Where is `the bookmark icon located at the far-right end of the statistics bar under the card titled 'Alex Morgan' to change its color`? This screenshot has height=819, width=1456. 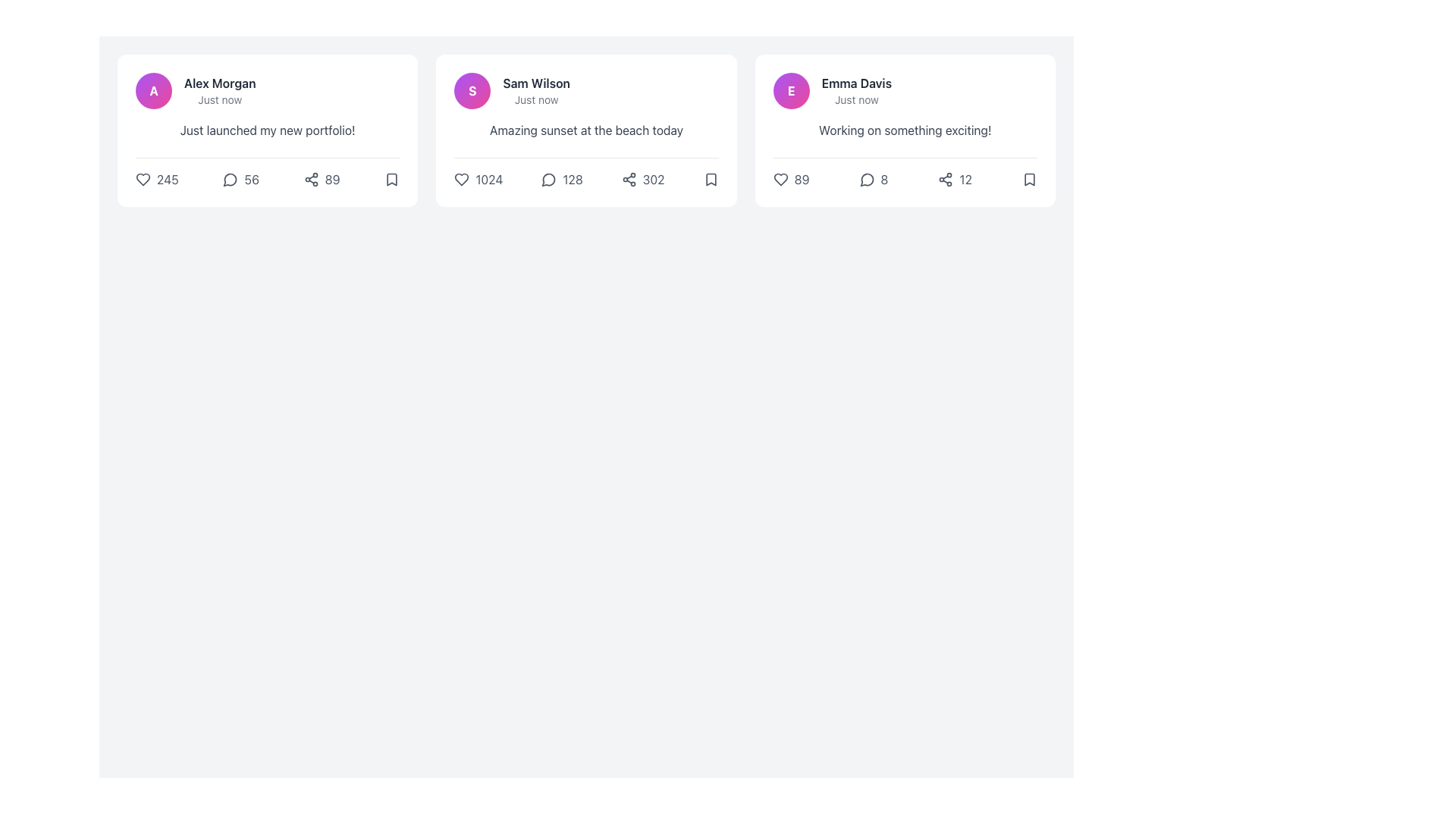 the bookmark icon located at the far-right end of the statistics bar under the card titled 'Alex Morgan' to change its color is located at coordinates (392, 178).